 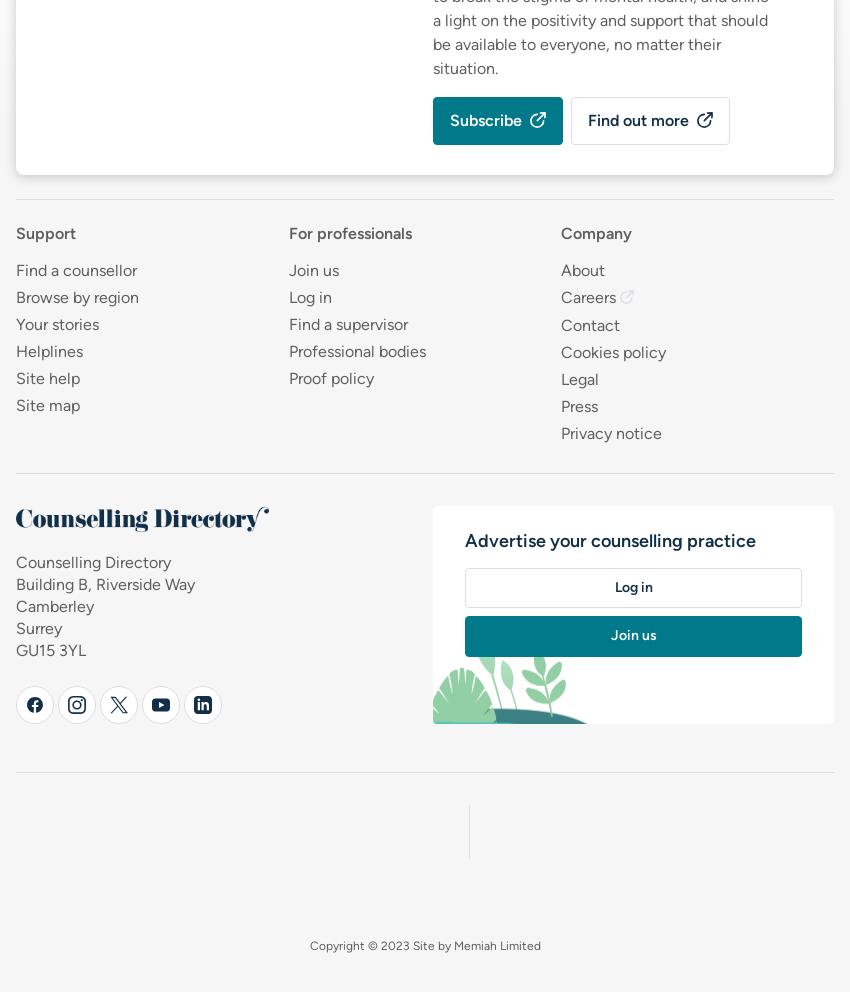 I want to click on 'Careers', so click(x=588, y=296).